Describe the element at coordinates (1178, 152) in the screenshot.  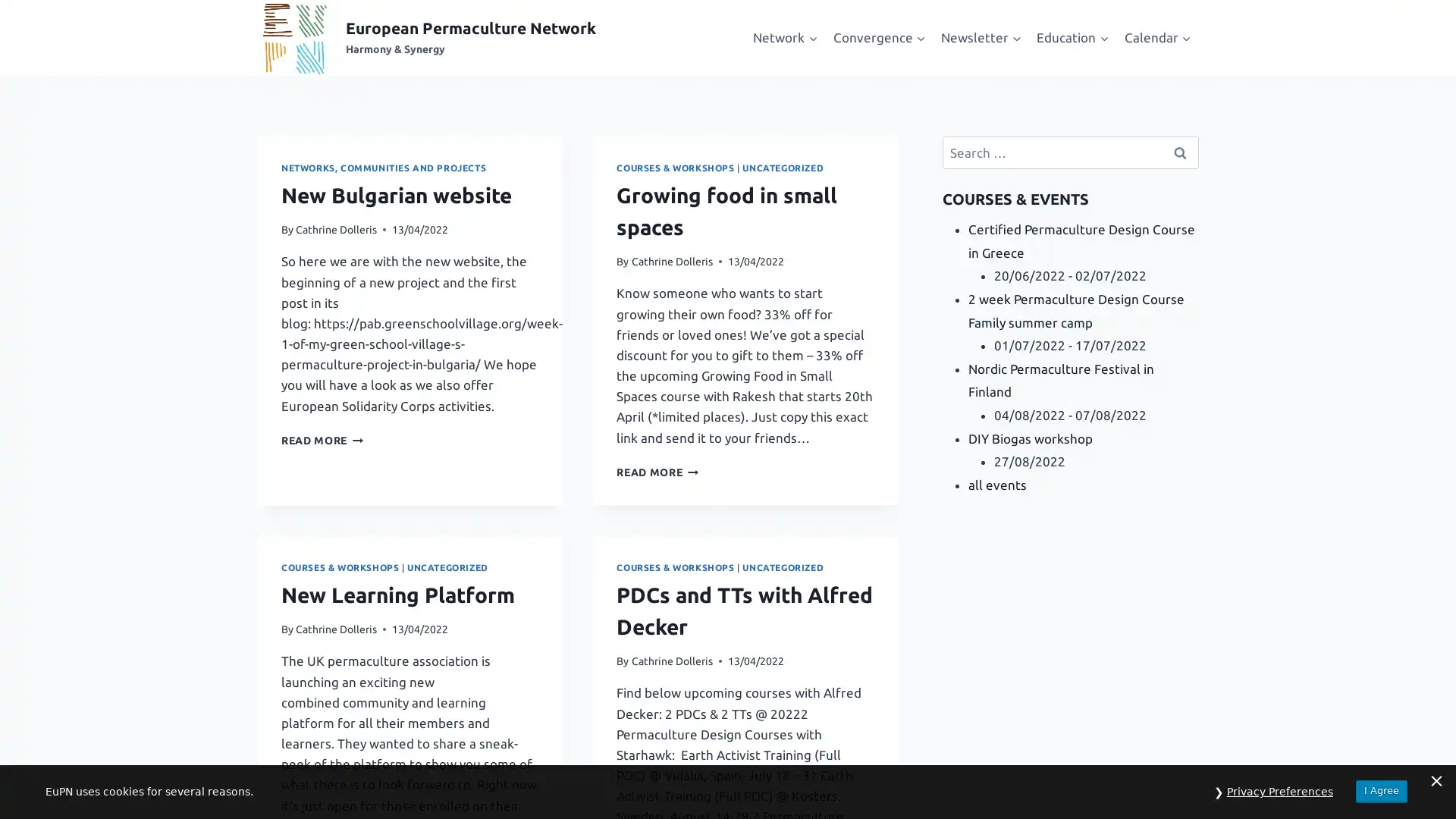
I see `Search` at that location.